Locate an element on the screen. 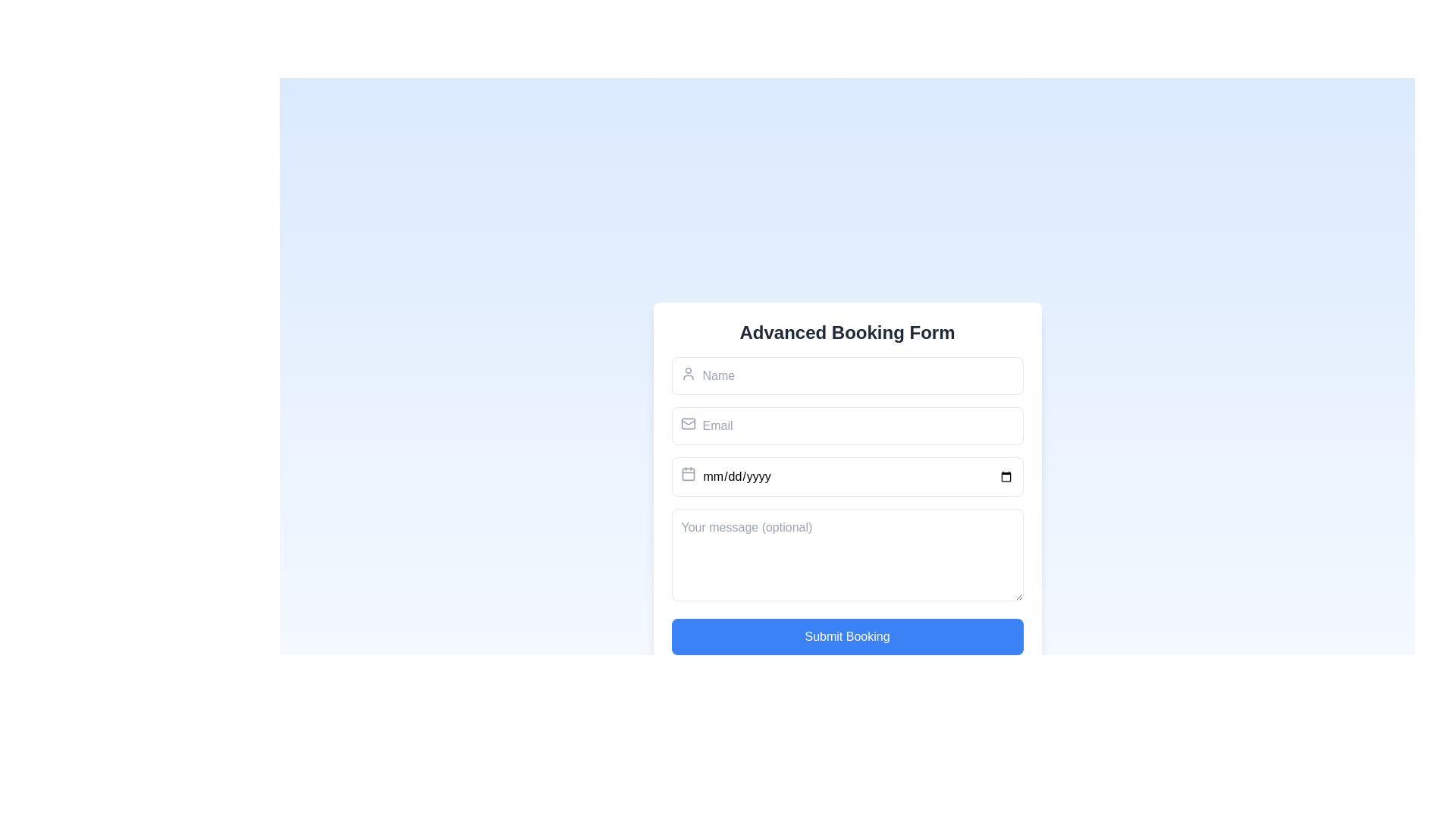  the email icon located on the left side of the 'Email' input field, which visually indicates that the field is for entering an email address is located at coordinates (687, 423).